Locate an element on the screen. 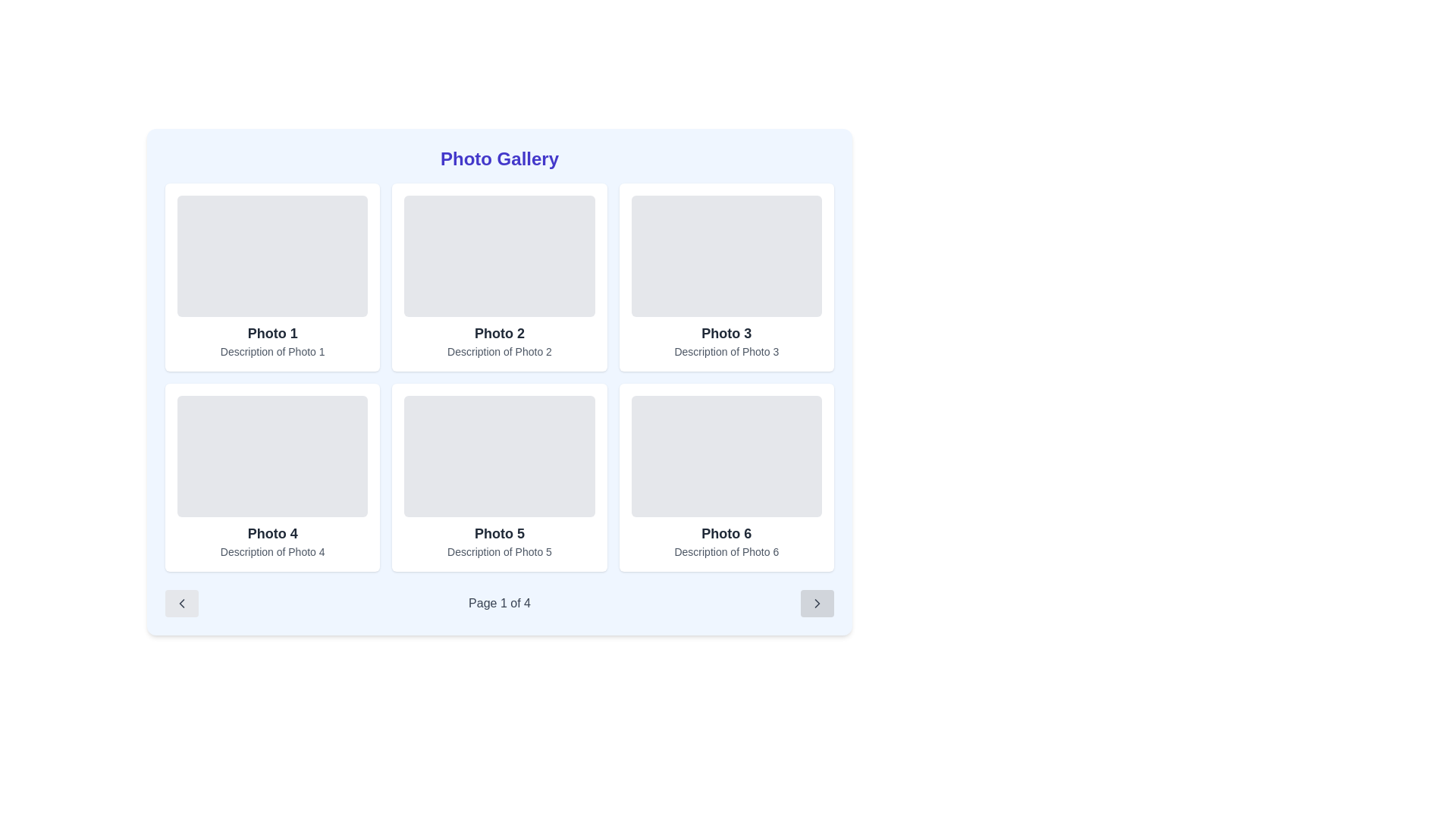 Image resolution: width=1456 pixels, height=819 pixels. the text label that reads 'Photo 2', which is styled with a bold font and dark gray color against a white background is located at coordinates (499, 332).